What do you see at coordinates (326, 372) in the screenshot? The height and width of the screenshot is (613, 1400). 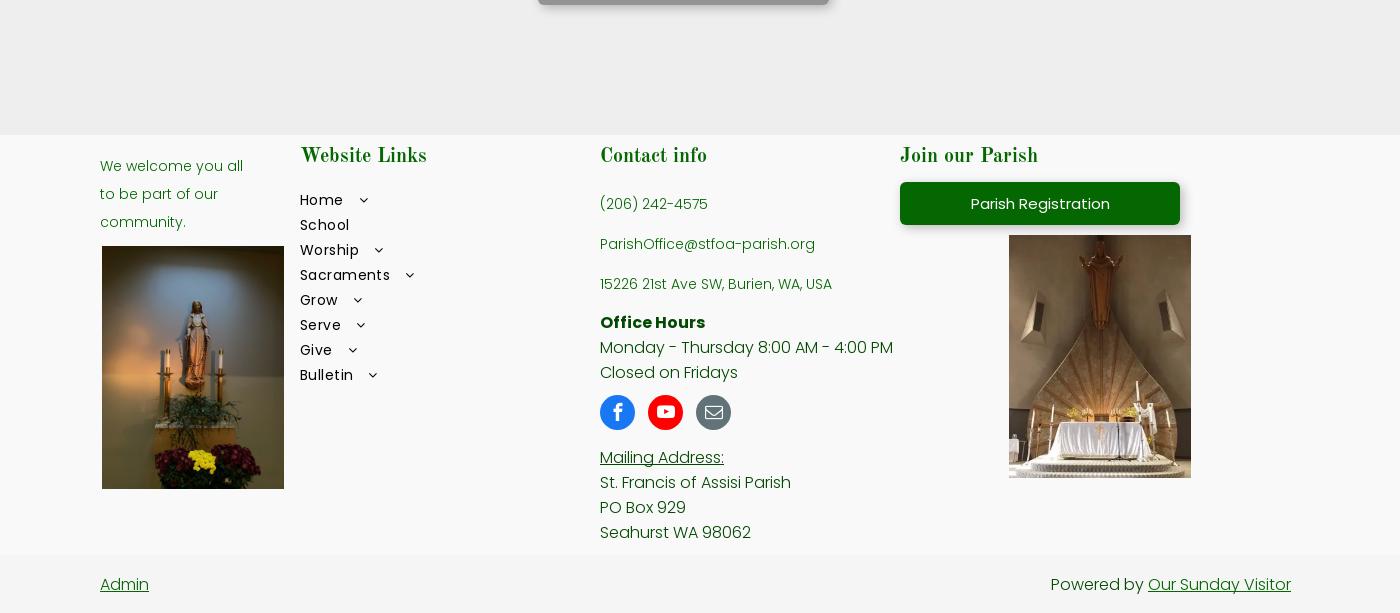 I see `'Bulletin'` at bounding box center [326, 372].